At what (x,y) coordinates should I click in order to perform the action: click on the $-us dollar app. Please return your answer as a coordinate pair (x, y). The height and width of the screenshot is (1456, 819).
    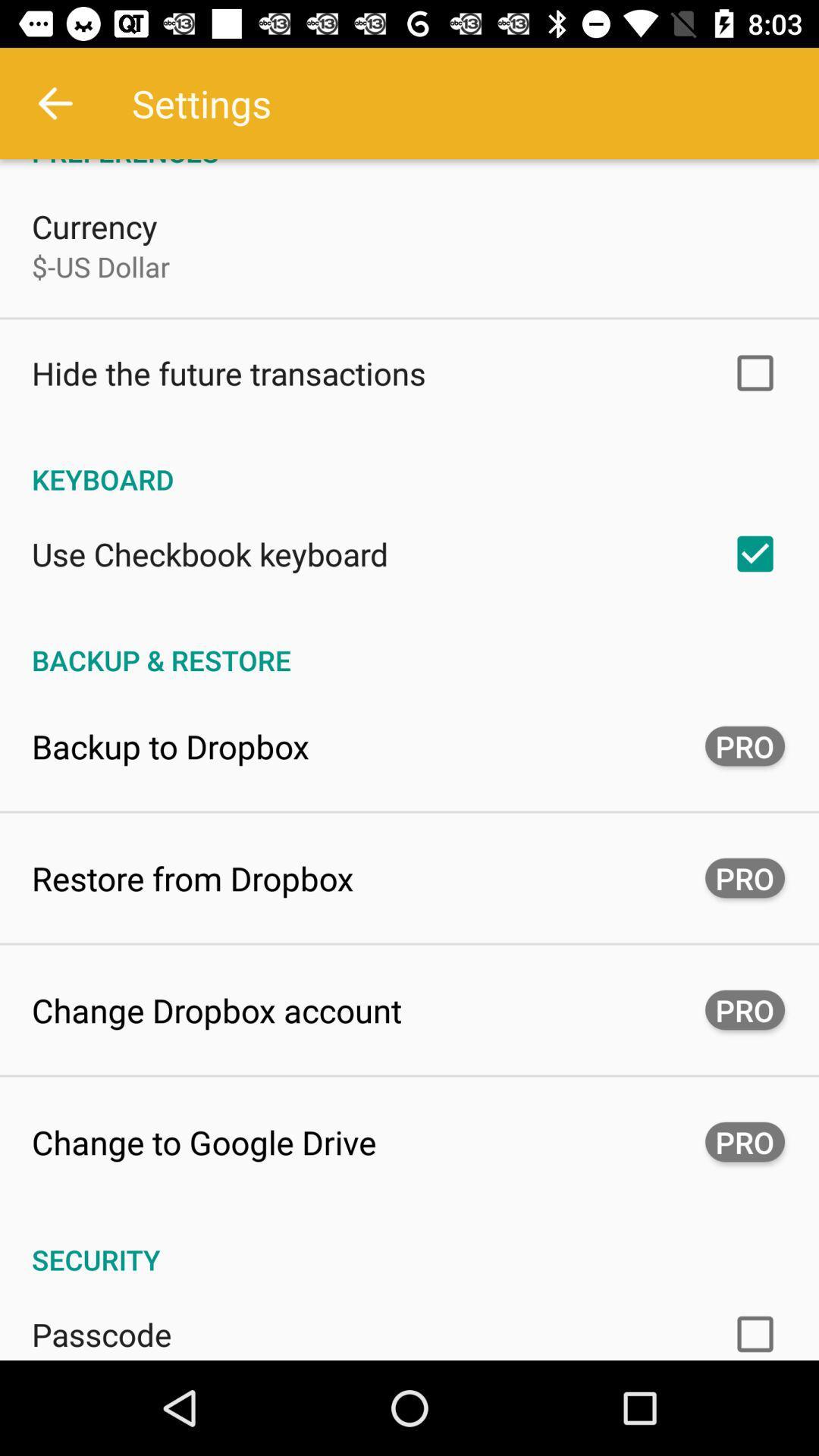
    Looking at the image, I should click on (101, 266).